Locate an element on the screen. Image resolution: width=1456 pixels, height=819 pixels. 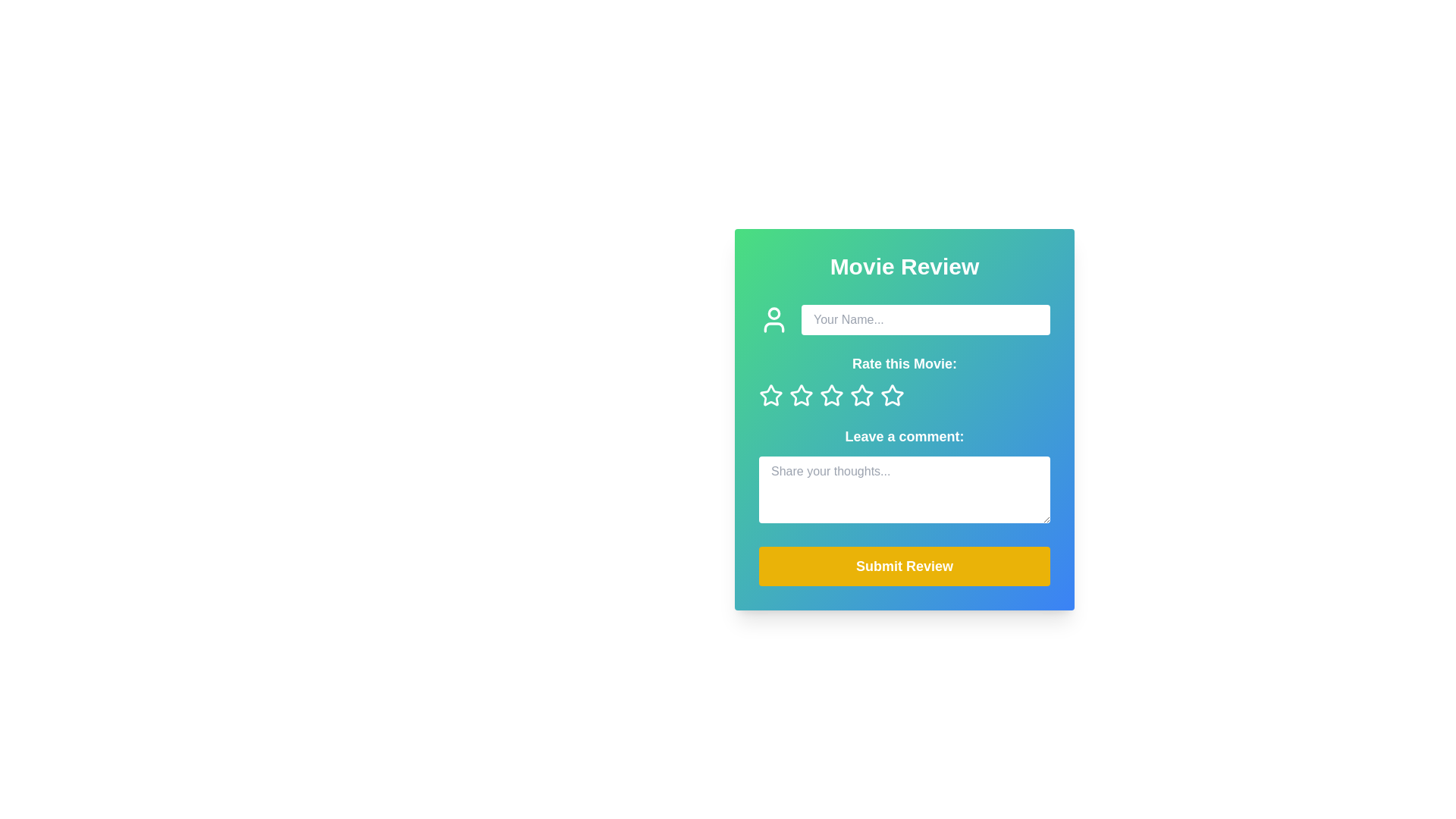
the Decorative user icon, which is a minimalist design with a circular head and semi-circular shoulders, located at the top-left corner of the form before the 'Your Name...' input field is located at coordinates (774, 318).